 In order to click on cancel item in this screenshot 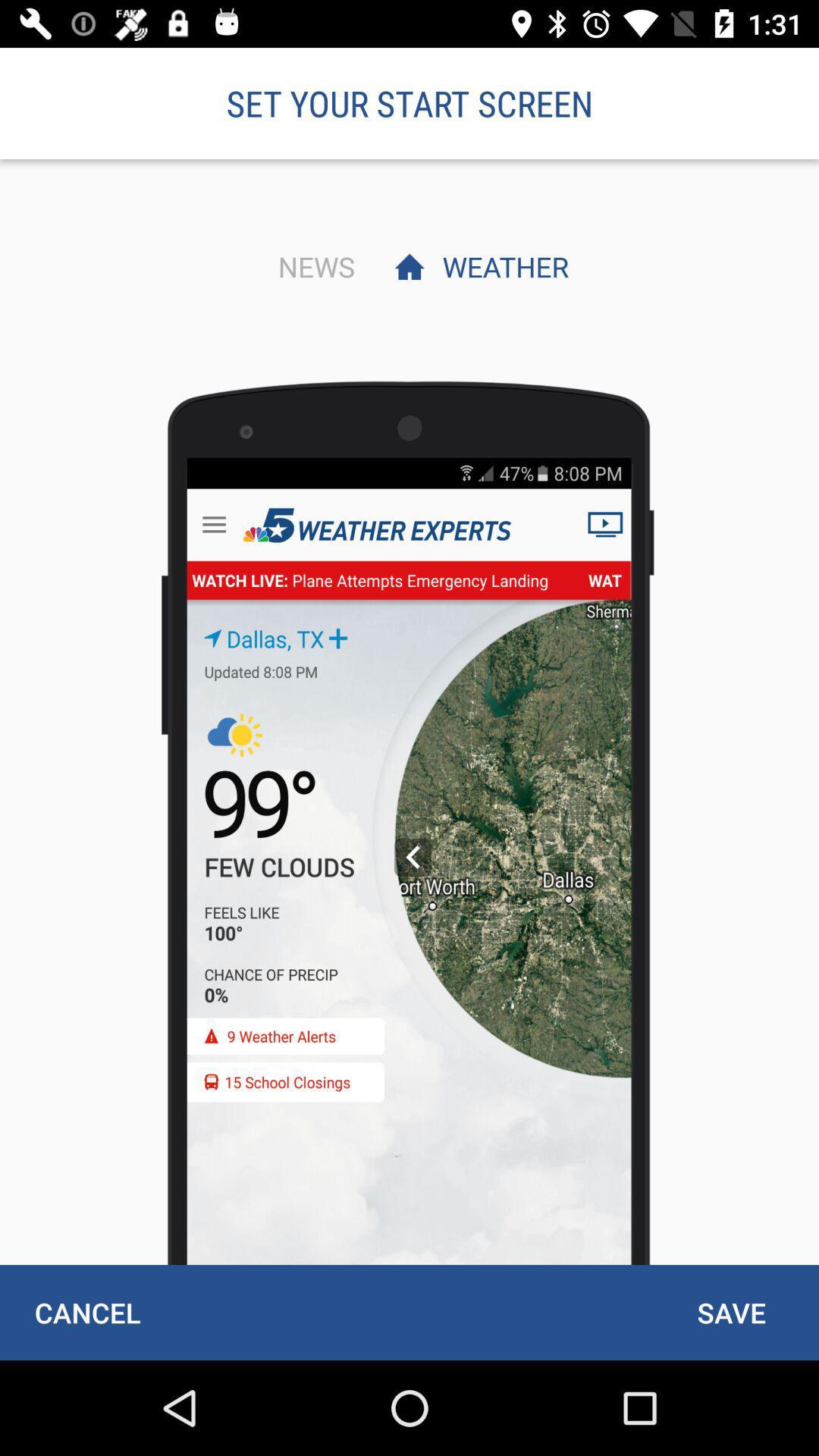, I will do `click(87, 1312)`.